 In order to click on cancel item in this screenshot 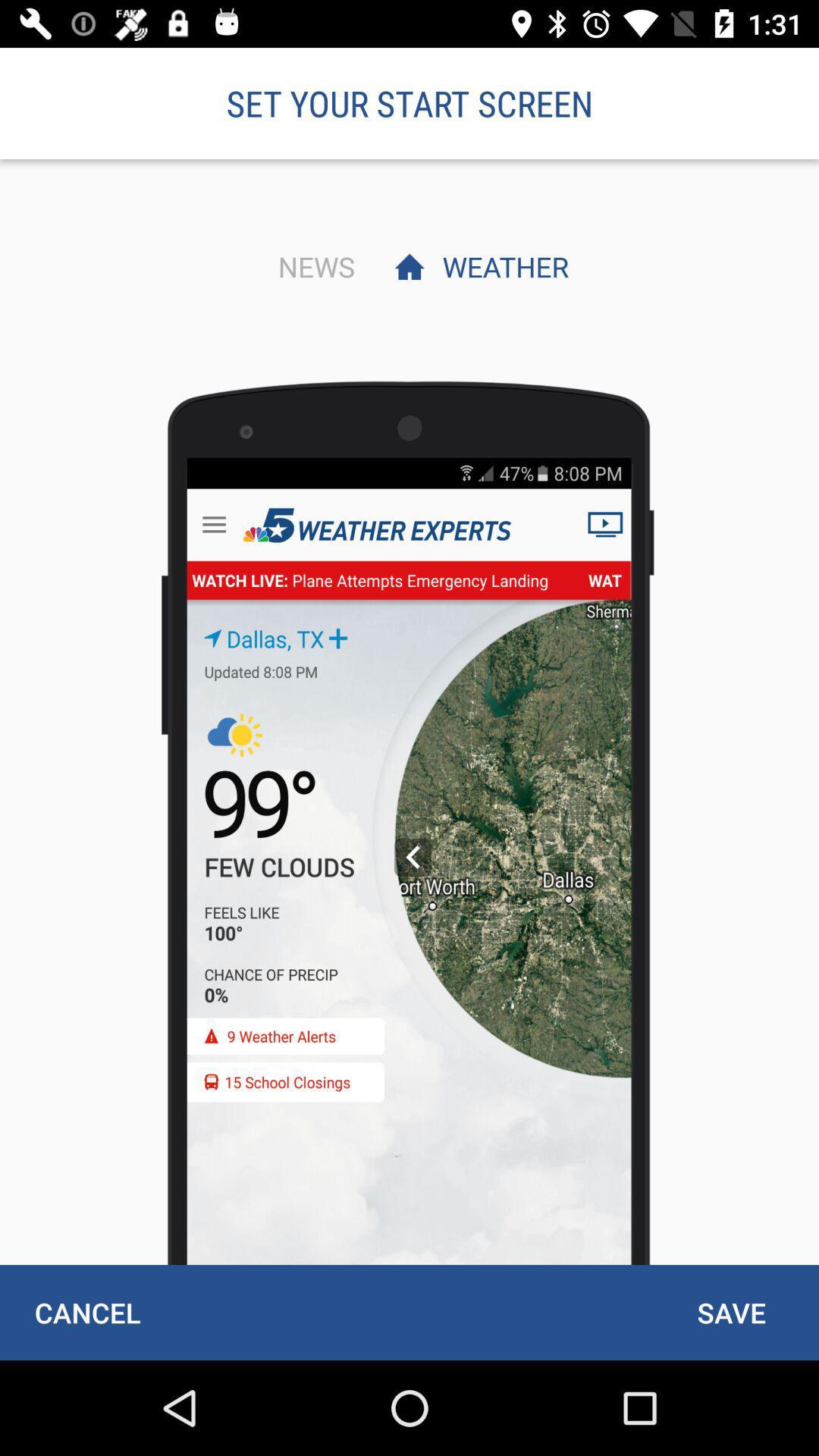, I will do `click(87, 1312)`.